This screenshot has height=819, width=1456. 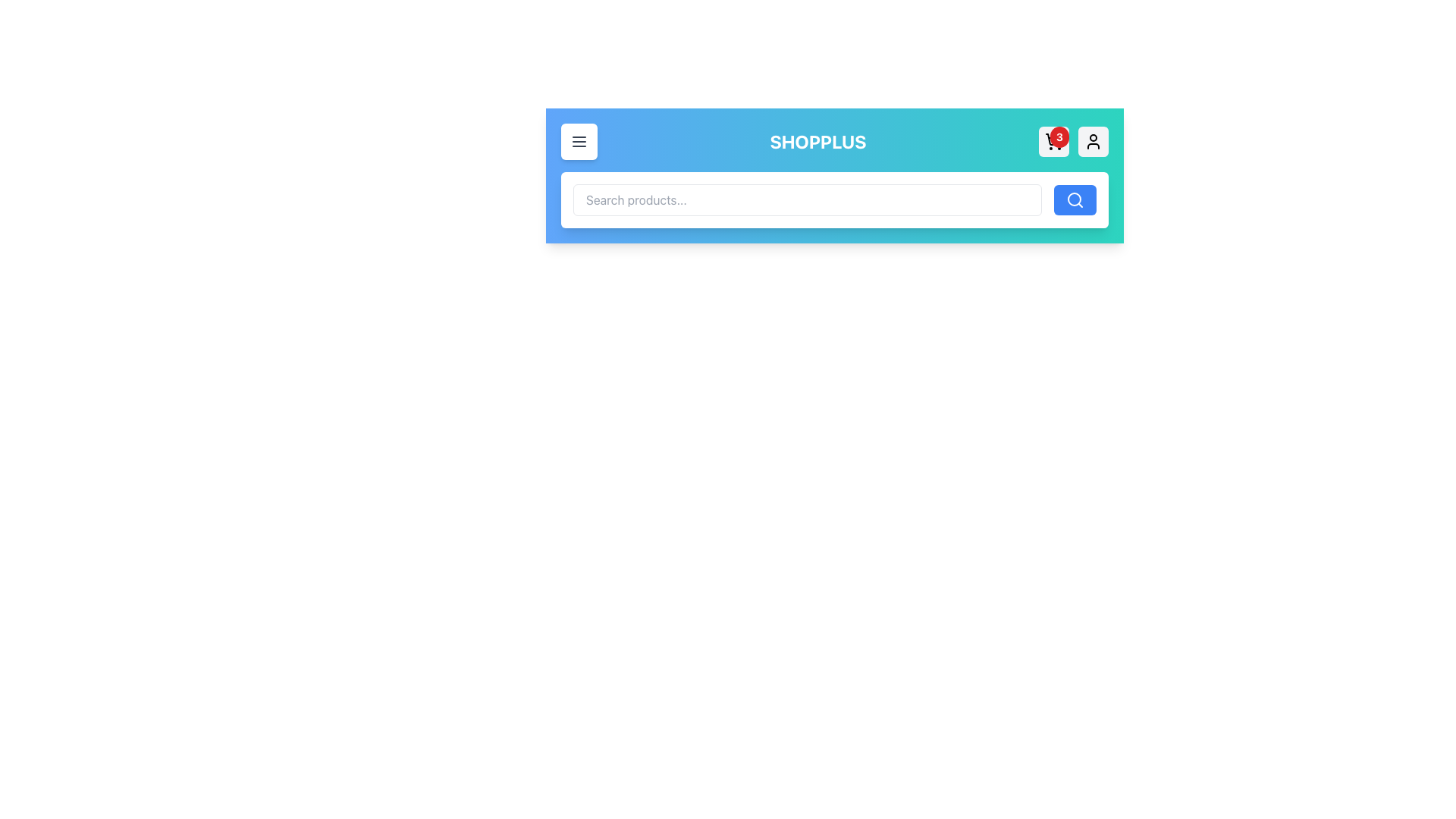 What do you see at coordinates (1074, 199) in the screenshot?
I see `the magnifying glass icon button located at the right end of the search bar` at bounding box center [1074, 199].